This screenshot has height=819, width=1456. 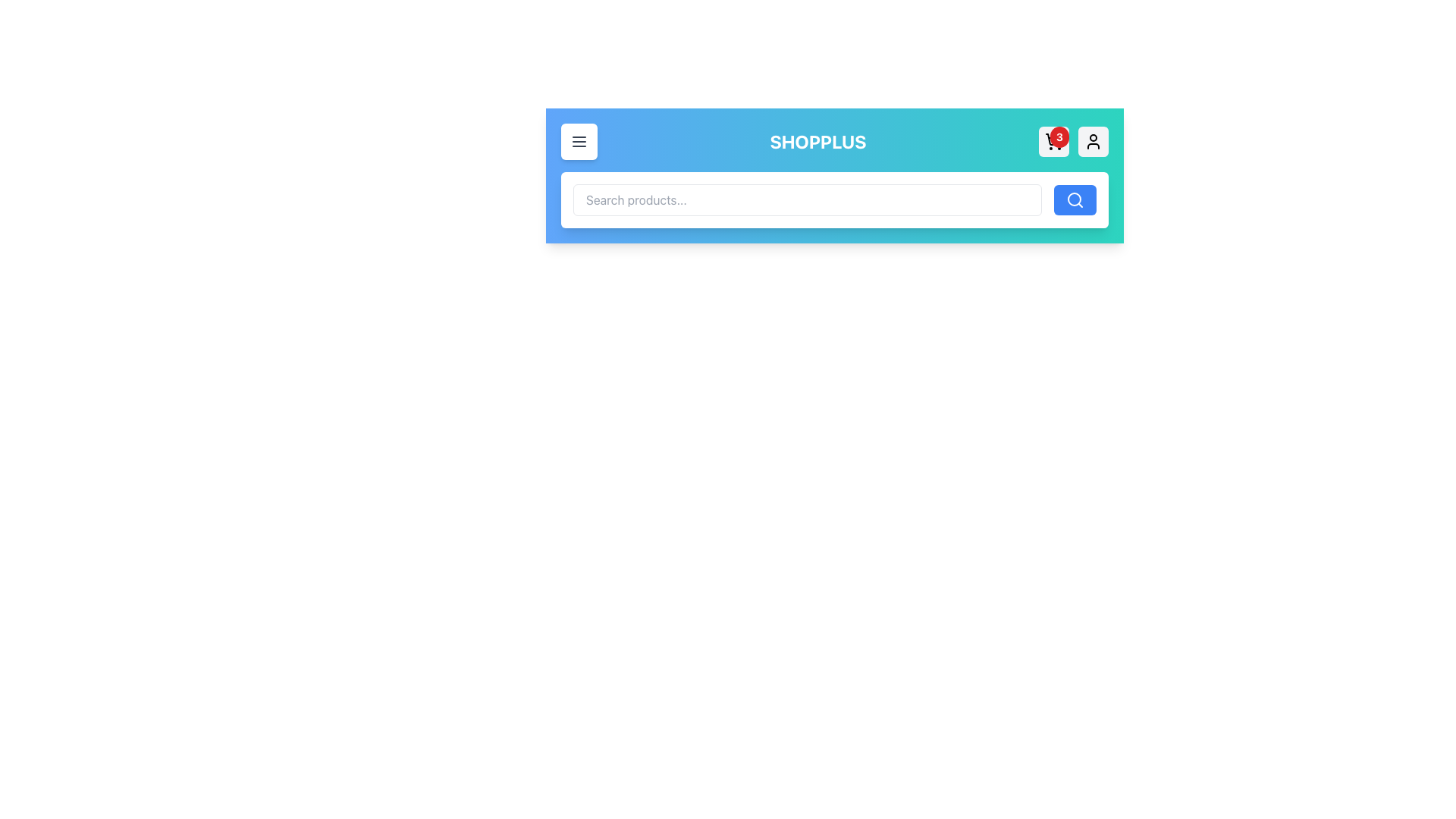 What do you see at coordinates (1074, 199) in the screenshot?
I see `the magnifying glass icon button located at the right end of the search bar` at bounding box center [1074, 199].